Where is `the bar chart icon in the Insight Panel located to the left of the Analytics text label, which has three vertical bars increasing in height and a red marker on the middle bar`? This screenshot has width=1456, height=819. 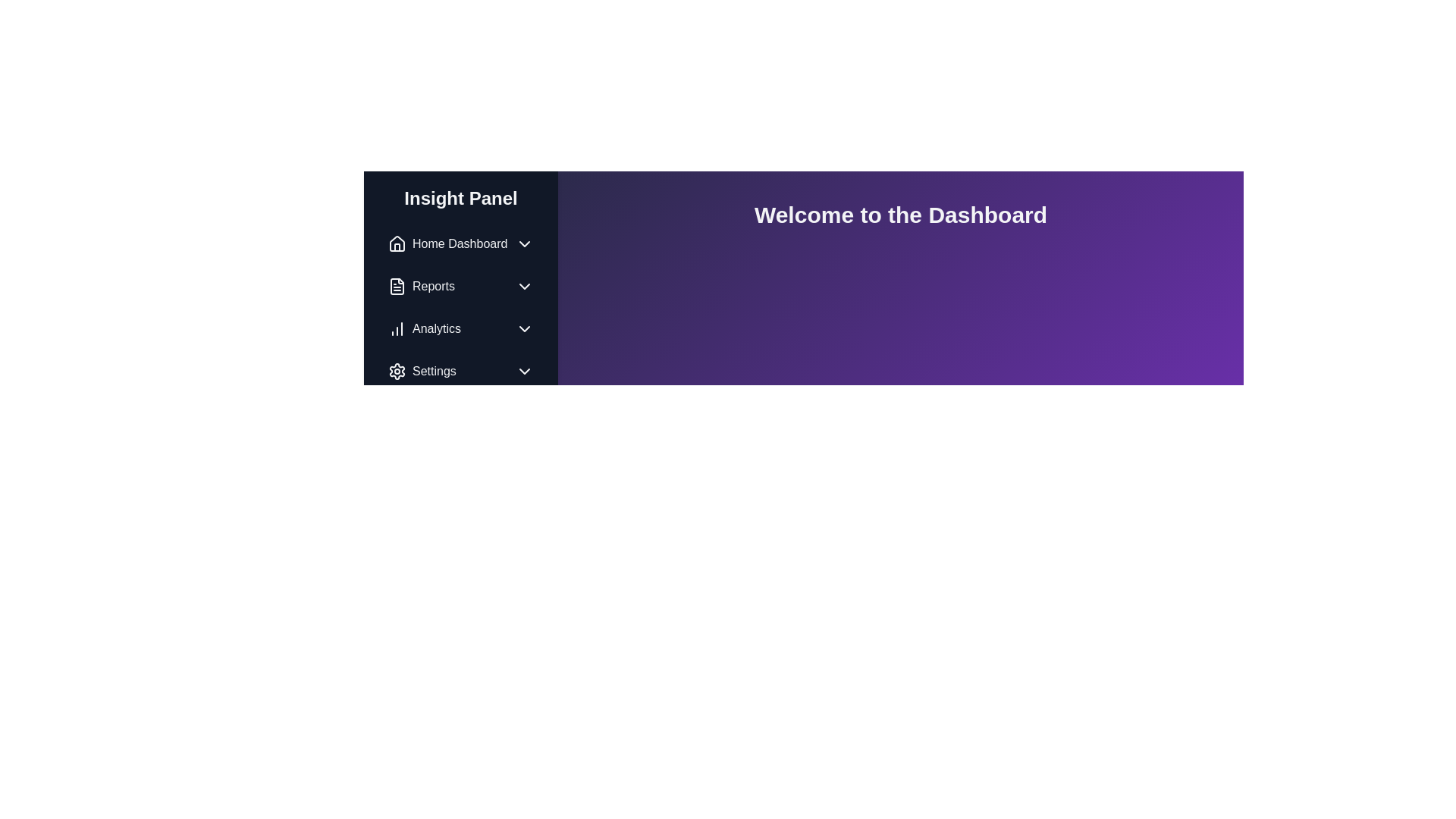
the bar chart icon in the Insight Panel located to the left of the Analytics text label, which has three vertical bars increasing in height and a red marker on the middle bar is located at coordinates (397, 328).